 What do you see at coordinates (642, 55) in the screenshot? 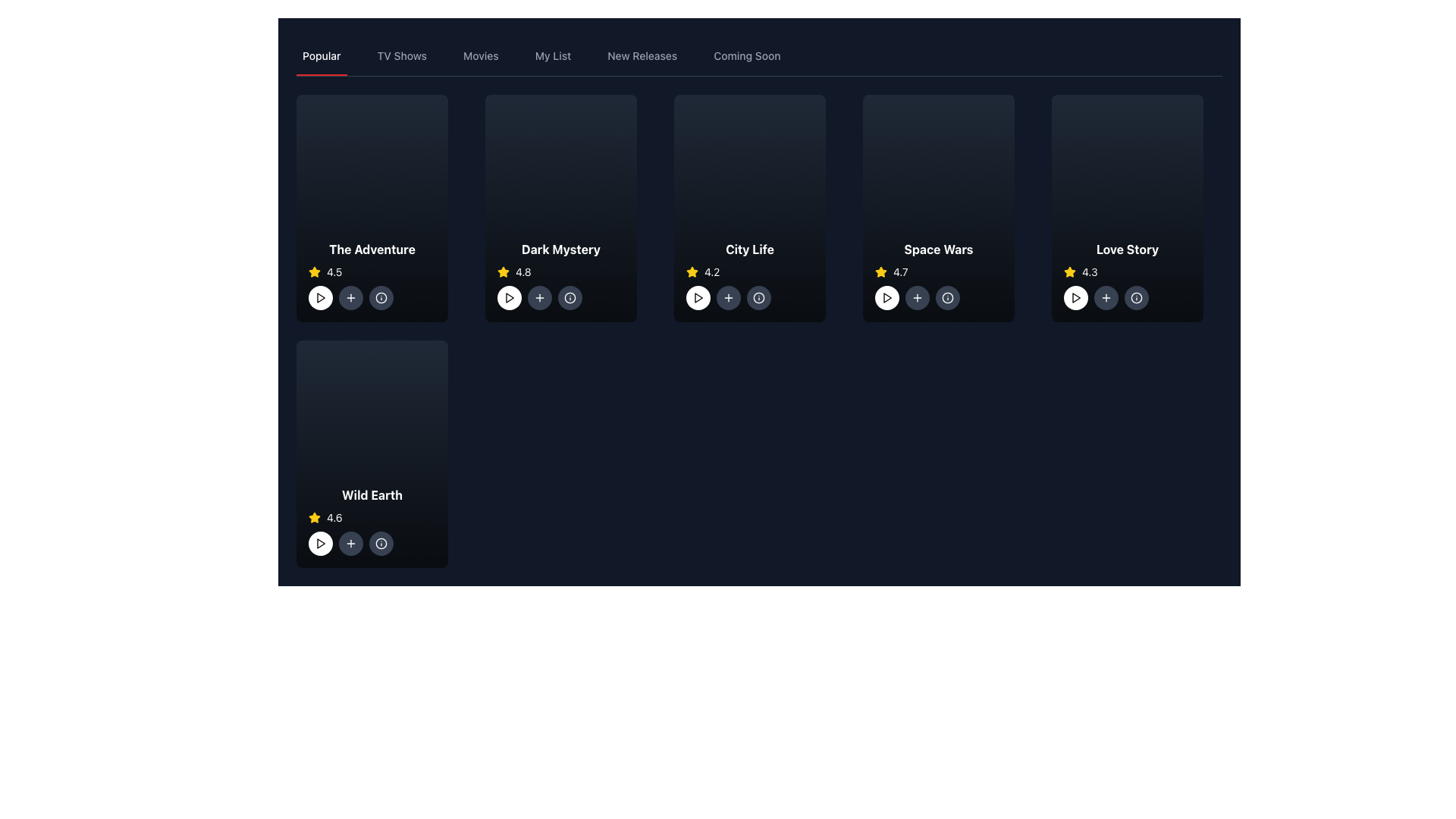
I see `the interactive text button for 'New Releases' located in the horizontal navigation bar, positioned between 'My List' and 'Coming Soon'` at bounding box center [642, 55].